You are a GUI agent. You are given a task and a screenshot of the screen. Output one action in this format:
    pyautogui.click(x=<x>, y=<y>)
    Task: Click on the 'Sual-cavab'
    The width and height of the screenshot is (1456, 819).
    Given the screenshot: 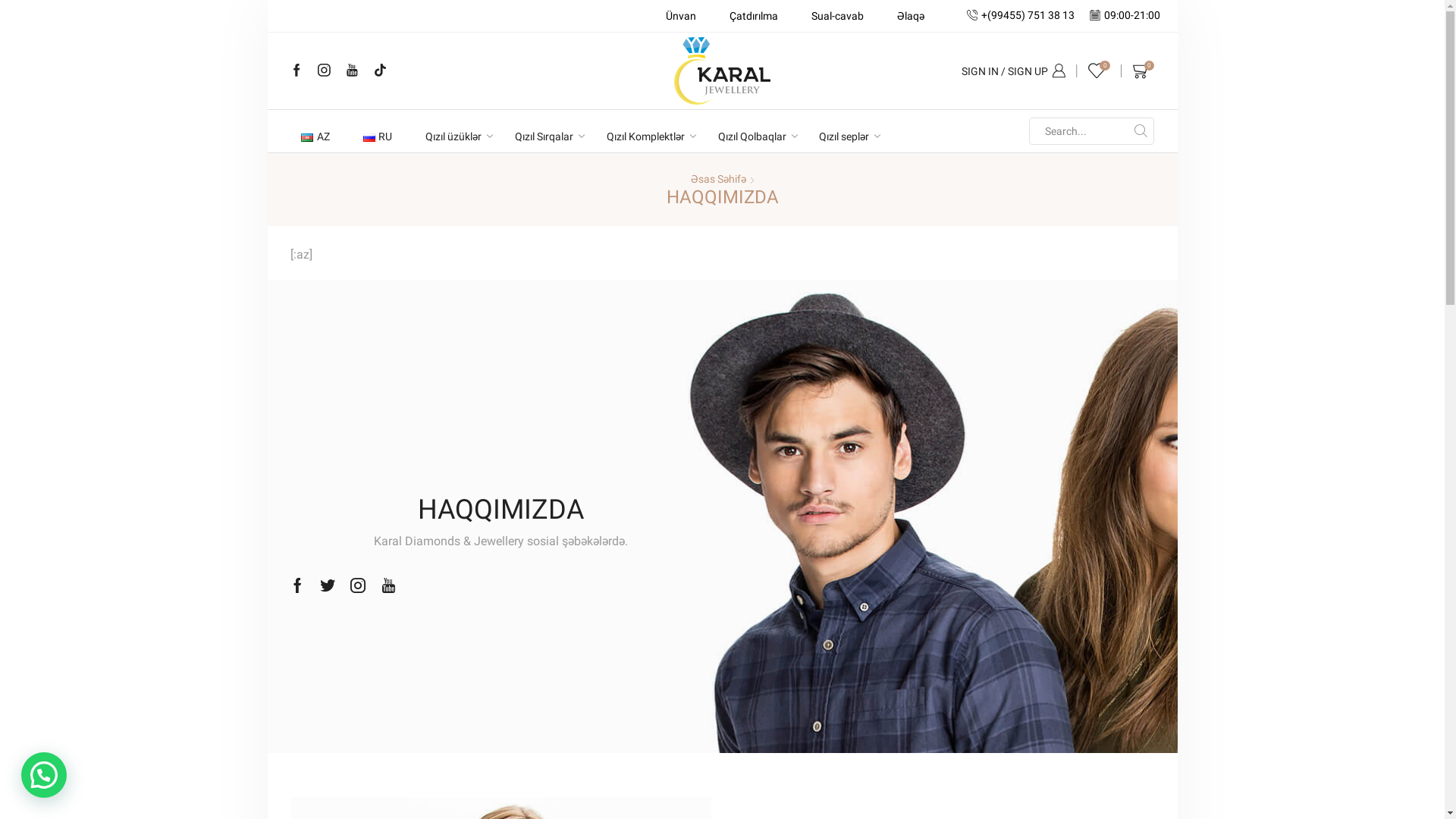 What is the action you would take?
    pyautogui.click(x=799, y=15)
    